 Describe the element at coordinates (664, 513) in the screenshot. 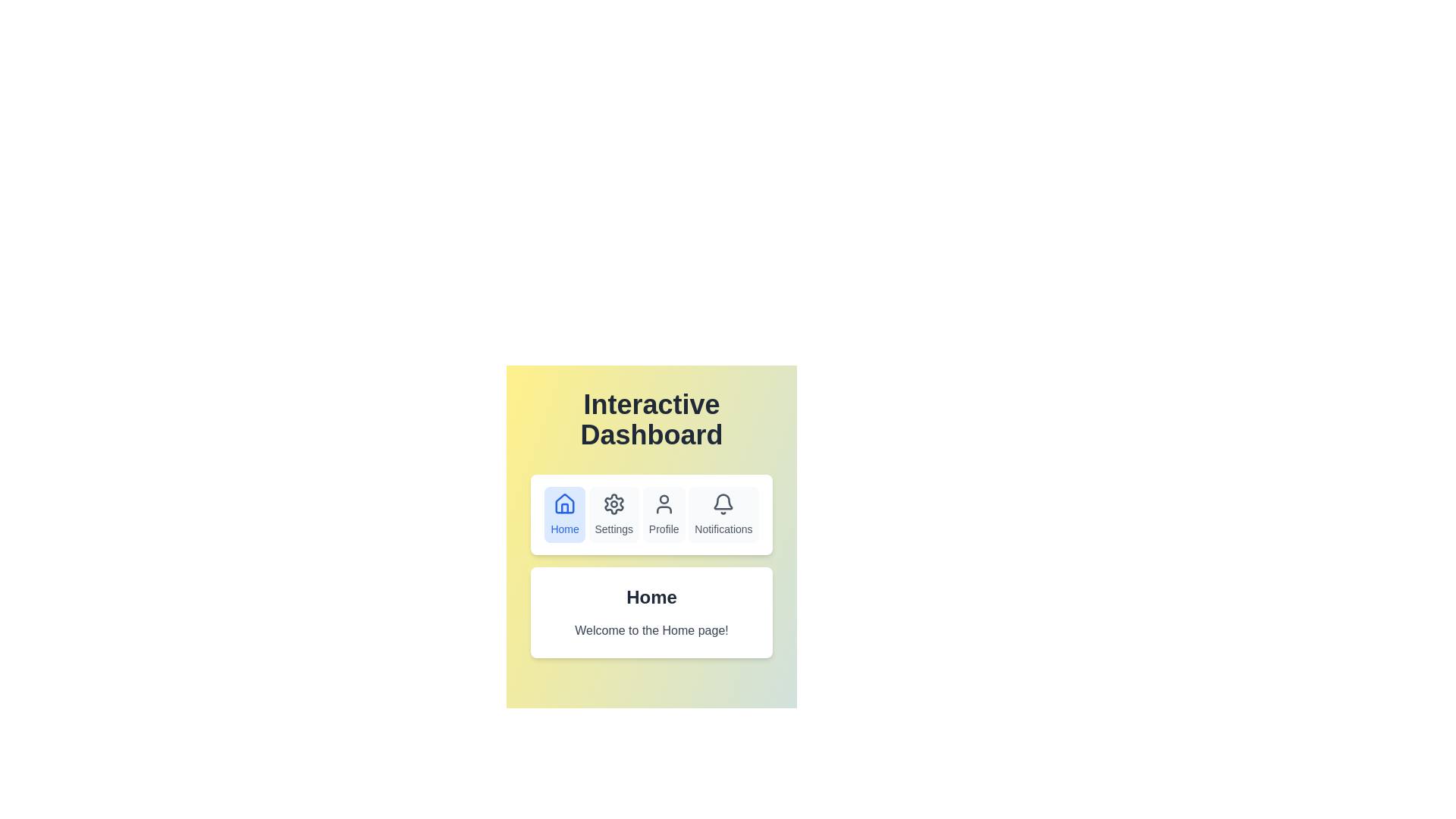

I see `the Profile tab in the navigation bar` at that location.